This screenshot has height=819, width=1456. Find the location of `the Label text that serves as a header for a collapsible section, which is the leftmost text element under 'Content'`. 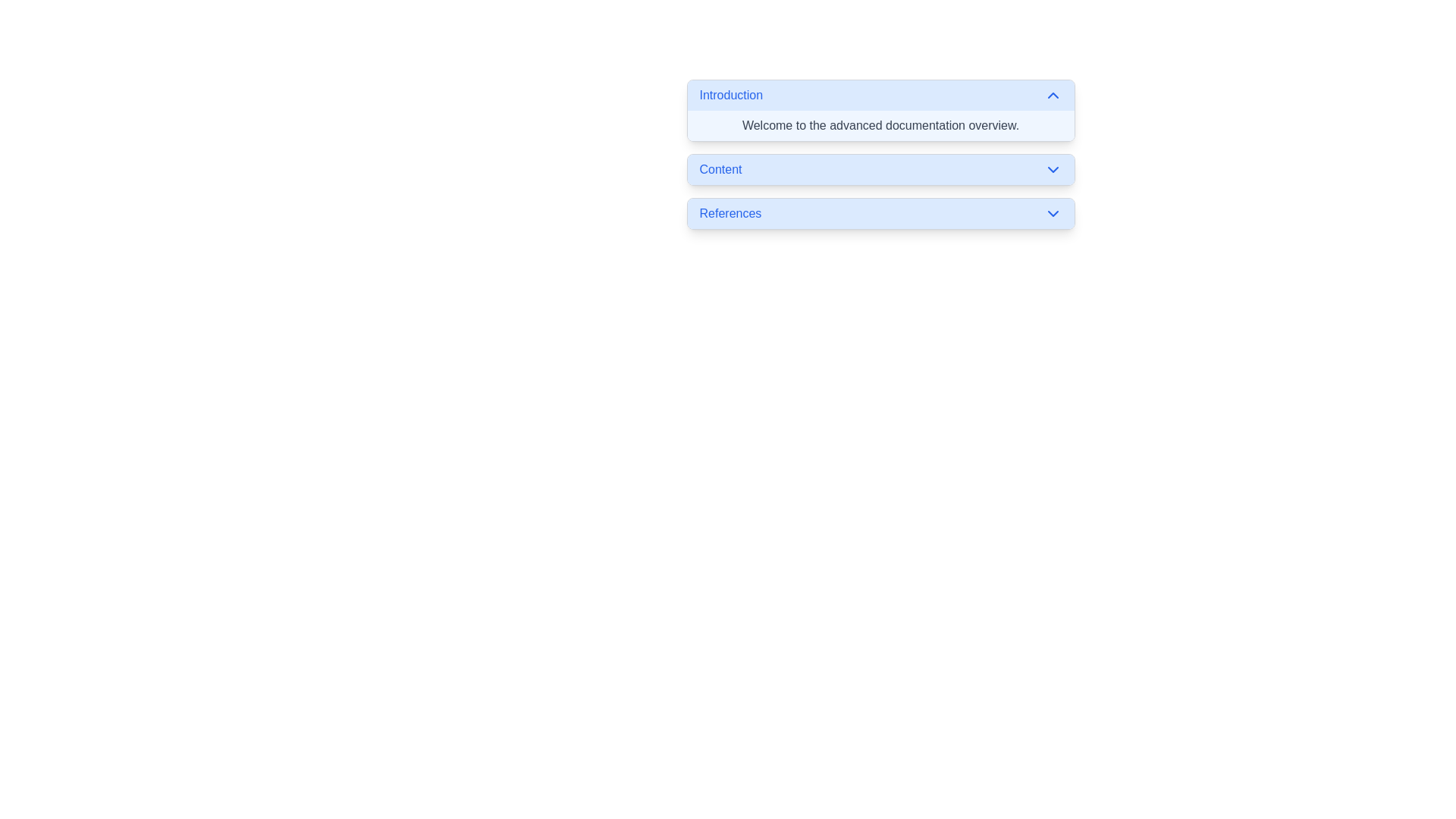

the Label text that serves as a header for a collapsible section, which is the leftmost text element under 'Content' is located at coordinates (730, 213).